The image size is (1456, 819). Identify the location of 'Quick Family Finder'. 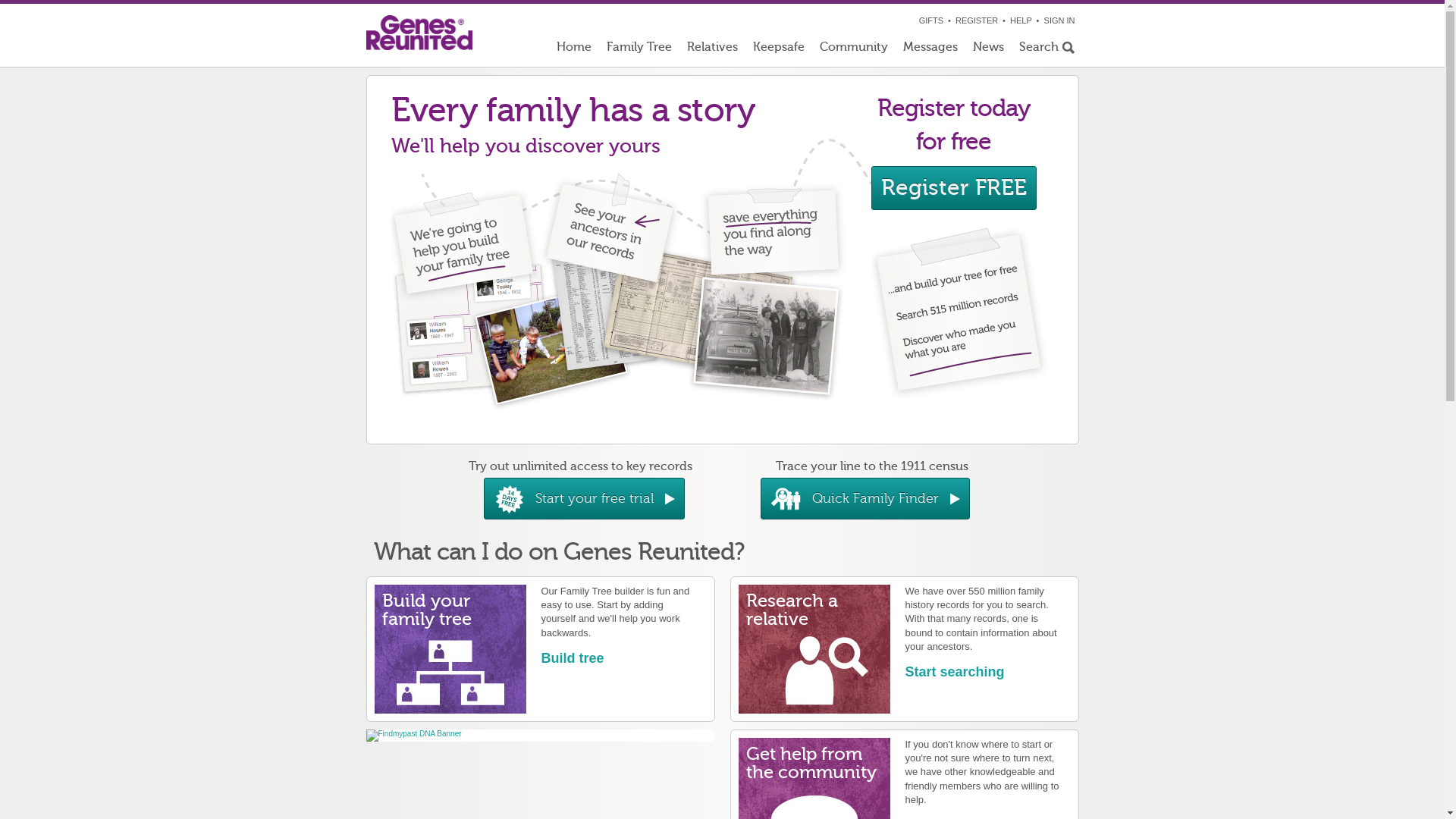
(864, 498).